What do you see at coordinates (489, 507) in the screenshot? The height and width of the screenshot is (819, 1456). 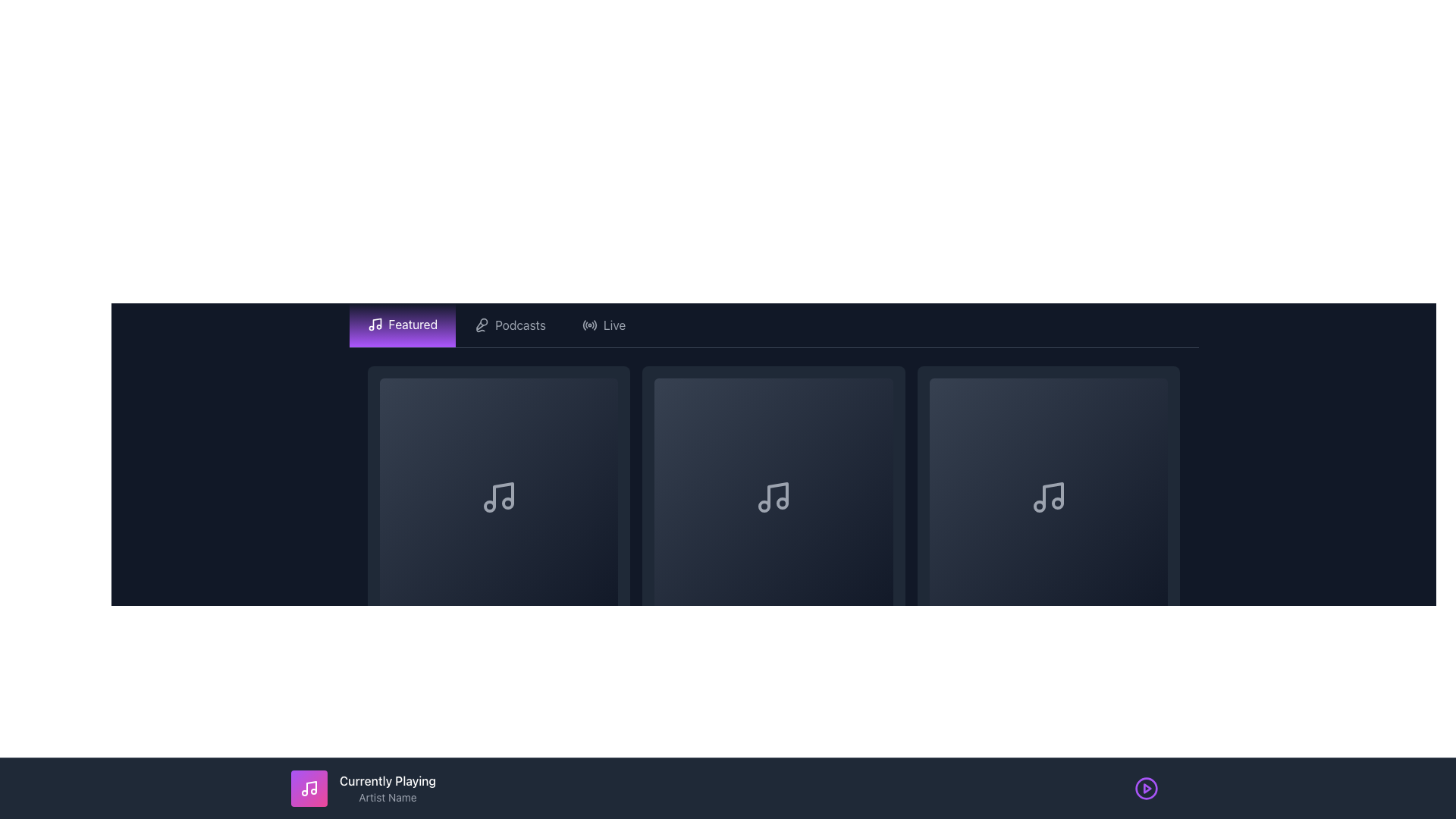 I see `the small filled circle located in the lower-left area of the music note icon, which is the first circular element in the SVG group` at bounding box center [489, 507].